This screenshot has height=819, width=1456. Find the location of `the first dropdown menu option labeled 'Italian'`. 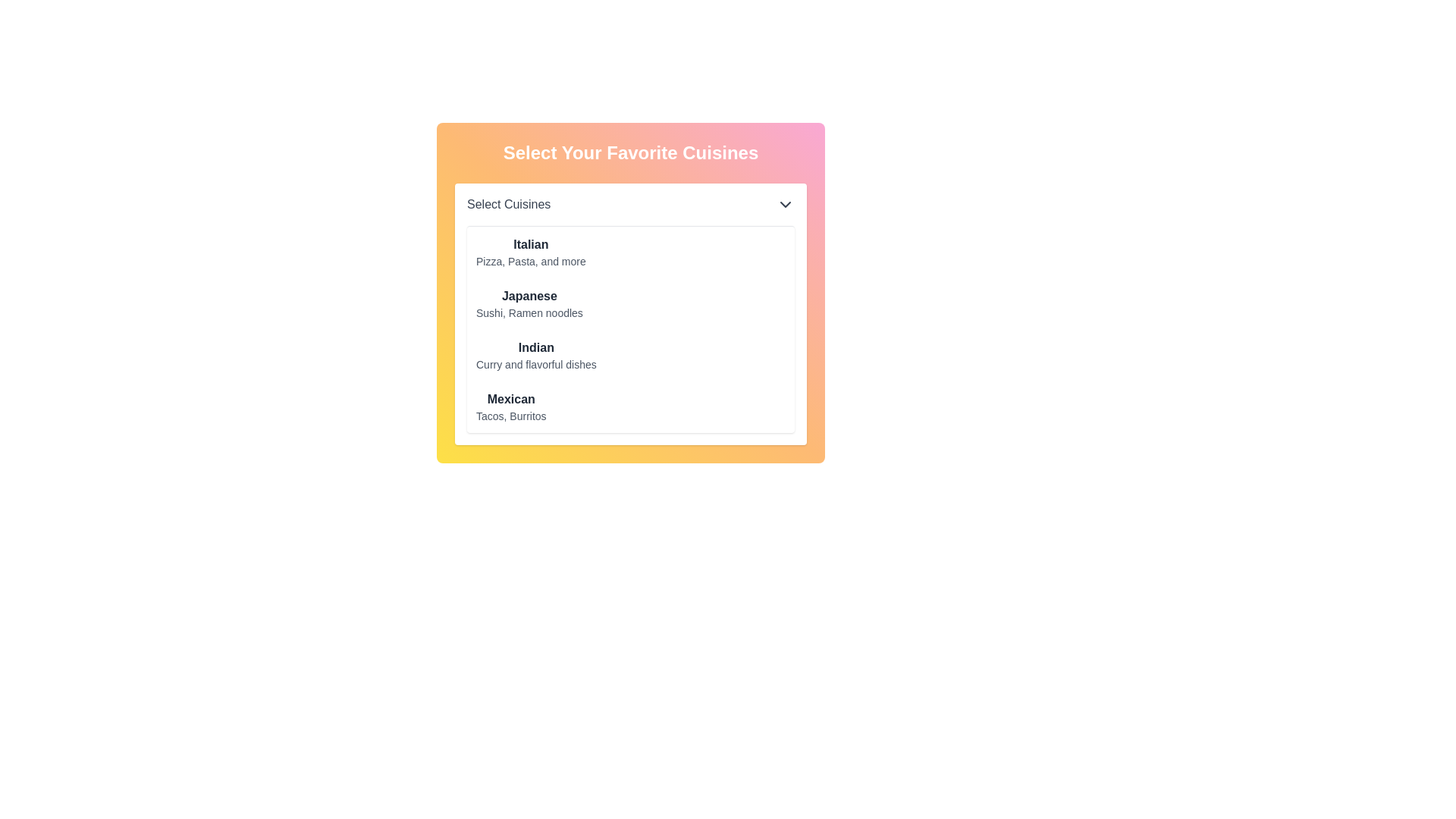

the first dropdown menu option labeled 'Italian' is located at coordinates (531, 251).